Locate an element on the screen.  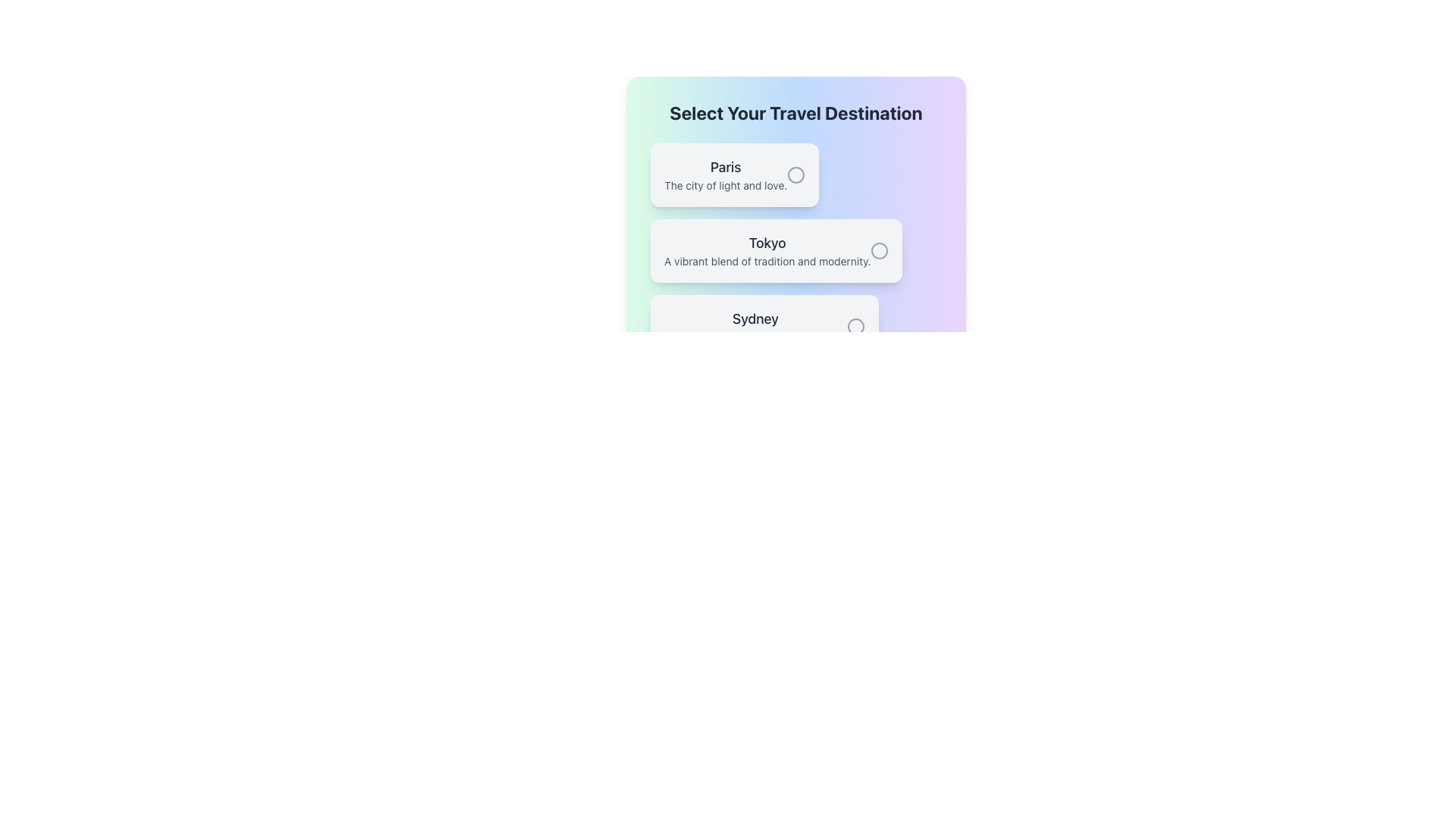
the interactive list item for 'Tokyo', which is centrally is located at coordinates (795, 230).